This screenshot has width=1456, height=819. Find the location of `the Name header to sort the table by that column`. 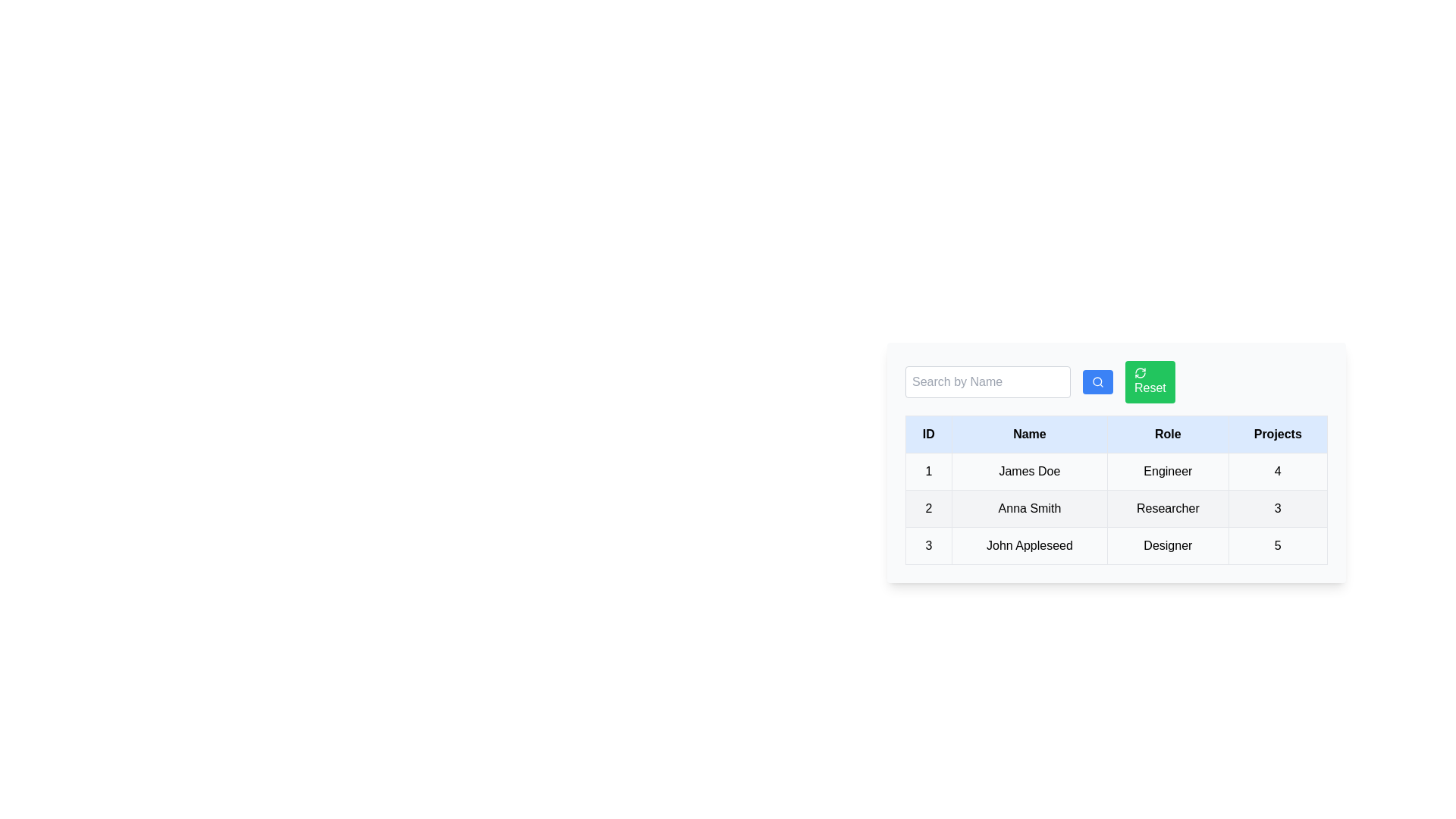

the Name header to sort the table by that column is located at coordinates (1030, 435).